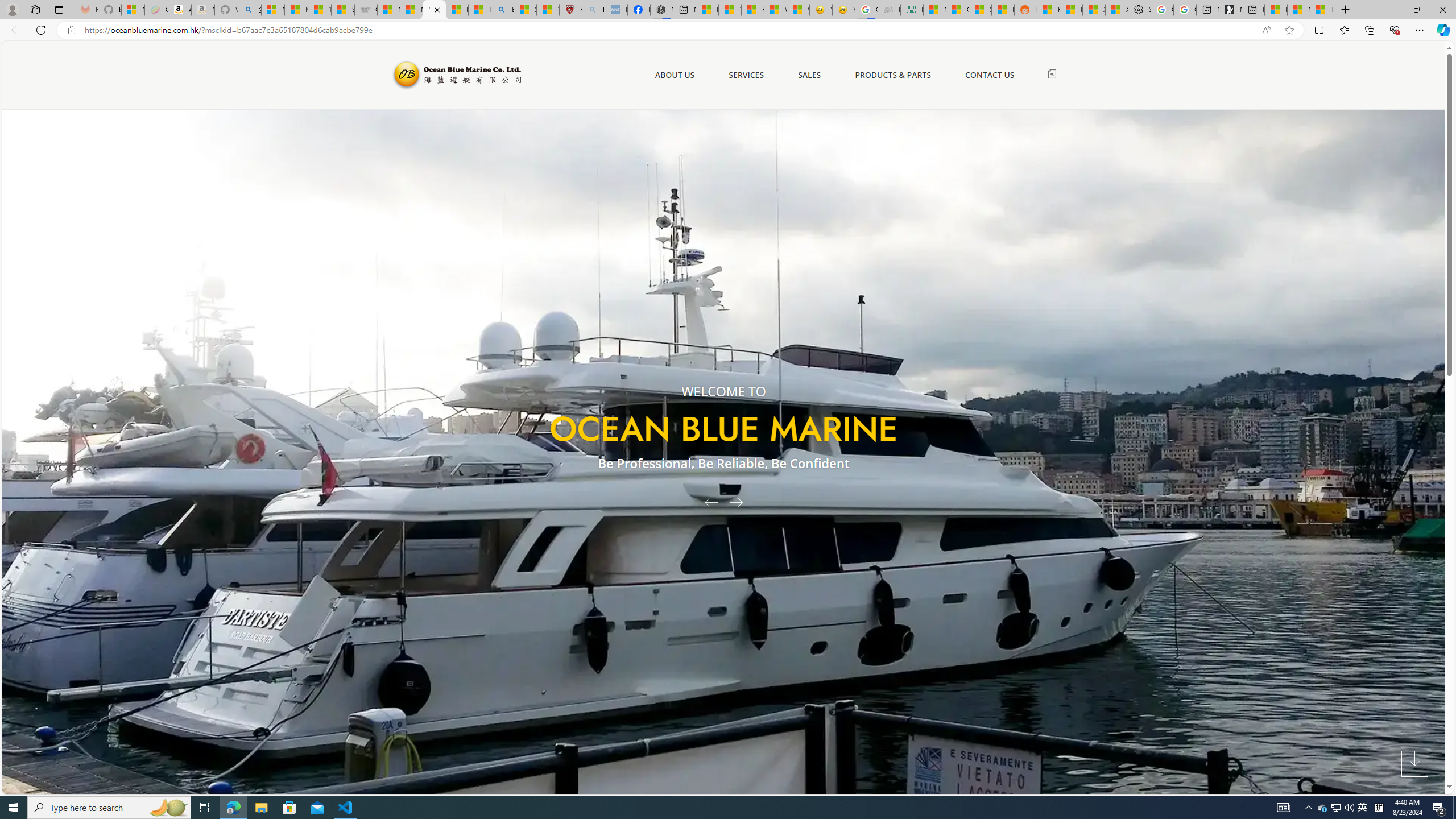 This screenshot has width=1456, height=819. I want to click on 'Nordace - Nordace Siena Is Not An Ordinary Backpack', so click(661, 9).